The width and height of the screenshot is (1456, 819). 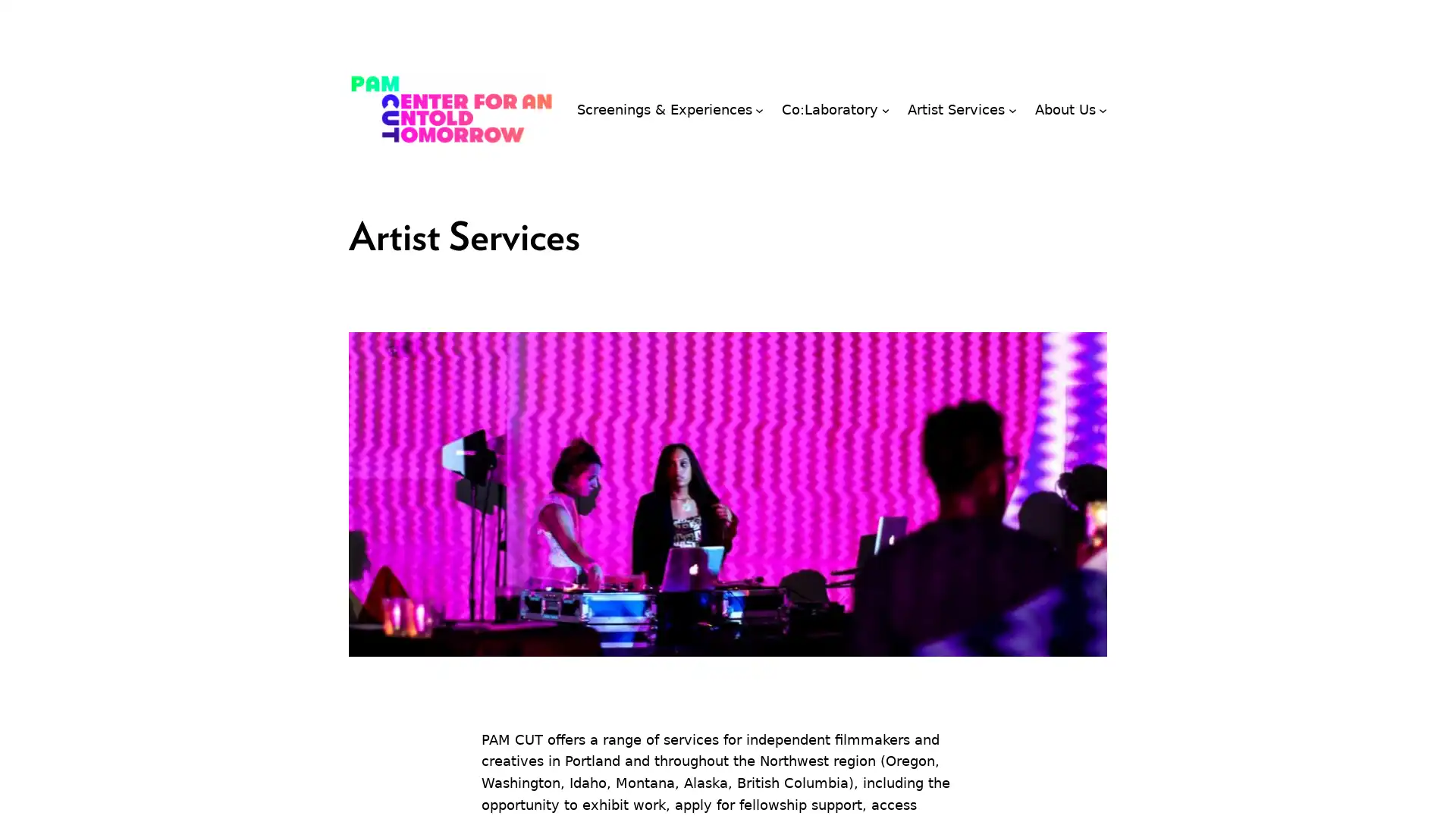 I want to click on Artist Services submenu, so click(x=1012, y=108).